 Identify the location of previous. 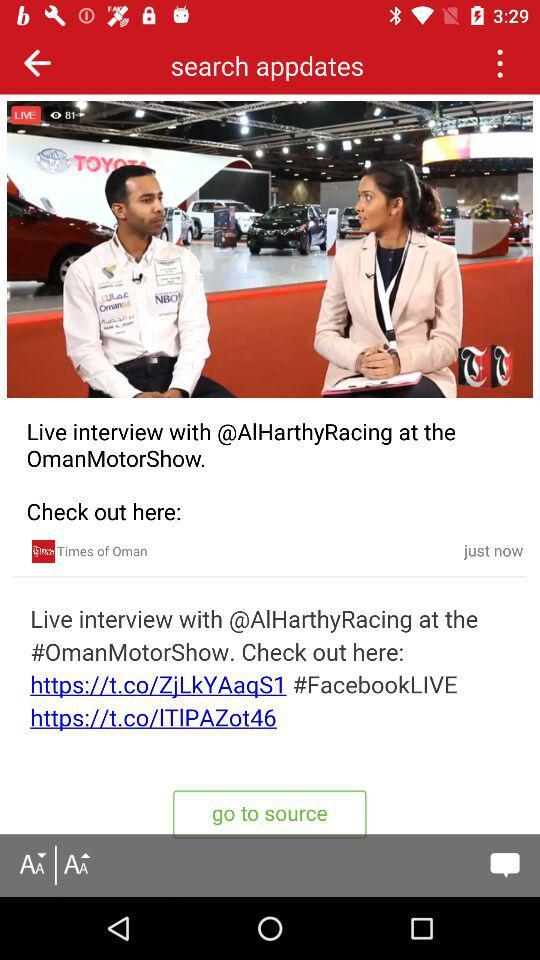
(498, 62).